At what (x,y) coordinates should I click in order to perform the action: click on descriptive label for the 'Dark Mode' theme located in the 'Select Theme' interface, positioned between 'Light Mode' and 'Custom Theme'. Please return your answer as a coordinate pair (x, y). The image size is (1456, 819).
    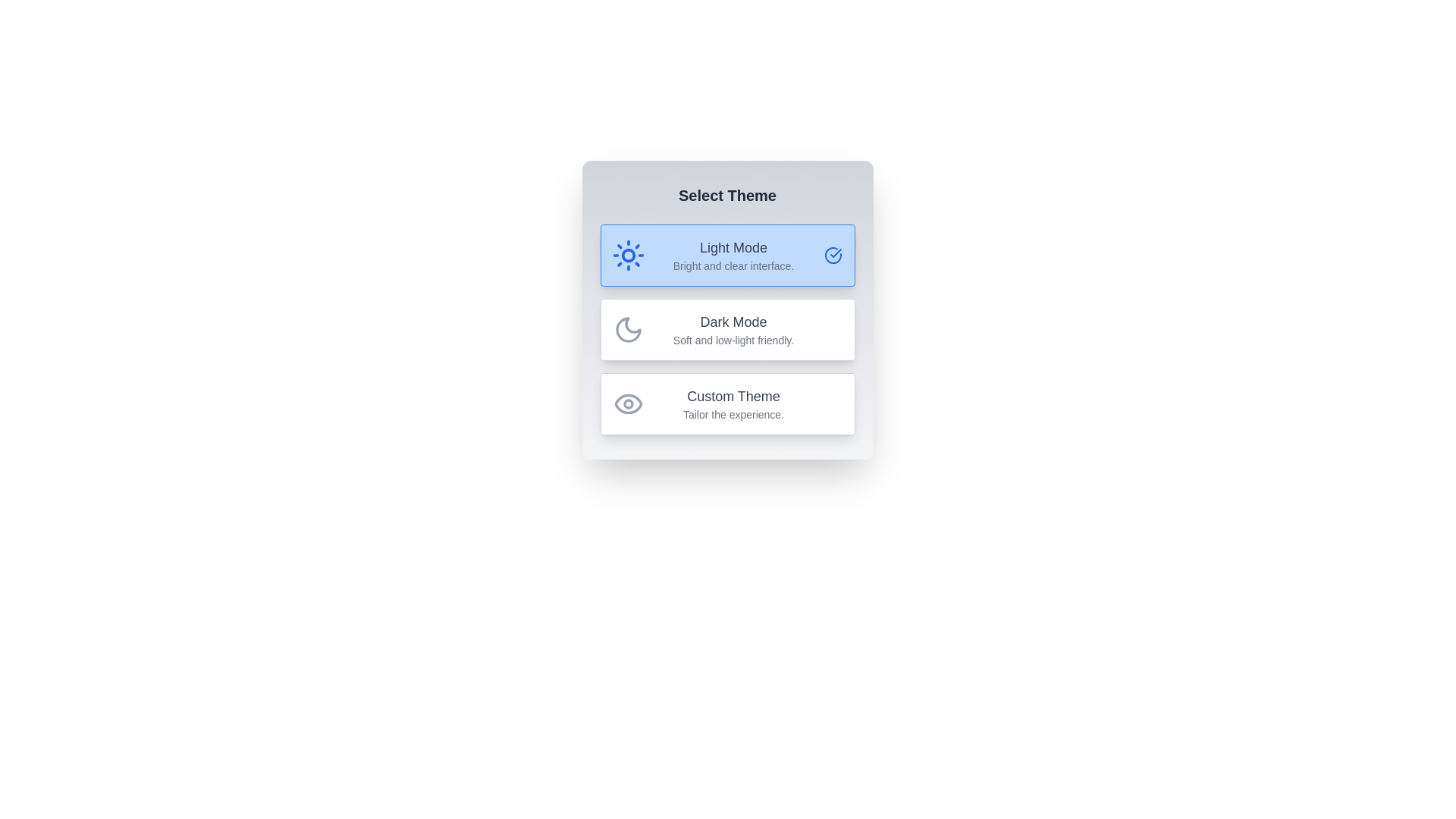
    Looking at the image, I should click on (733, 329).